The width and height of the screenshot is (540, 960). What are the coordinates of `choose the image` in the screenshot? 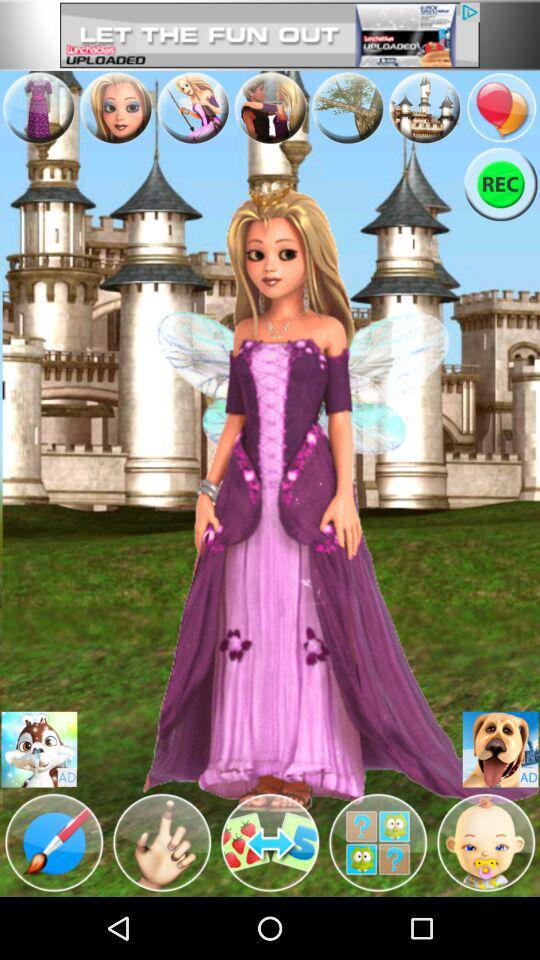 It's located at (346, 108).